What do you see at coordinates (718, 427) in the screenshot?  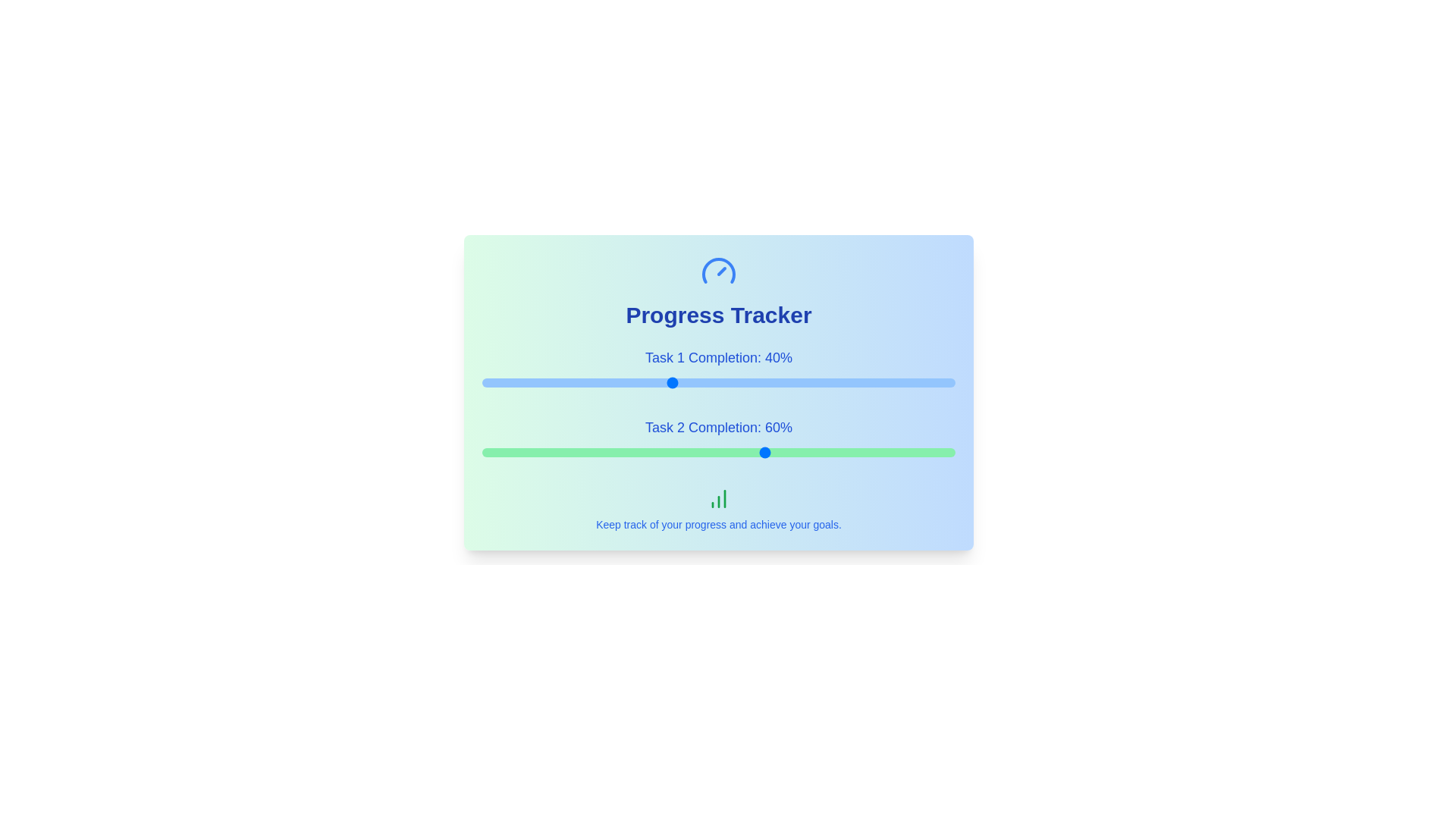 I see `the Text label that provides feedback about the completion percentage of Task 2, located between the progress bars for Task 1 and Task 2` at bounding box center [718, 427].